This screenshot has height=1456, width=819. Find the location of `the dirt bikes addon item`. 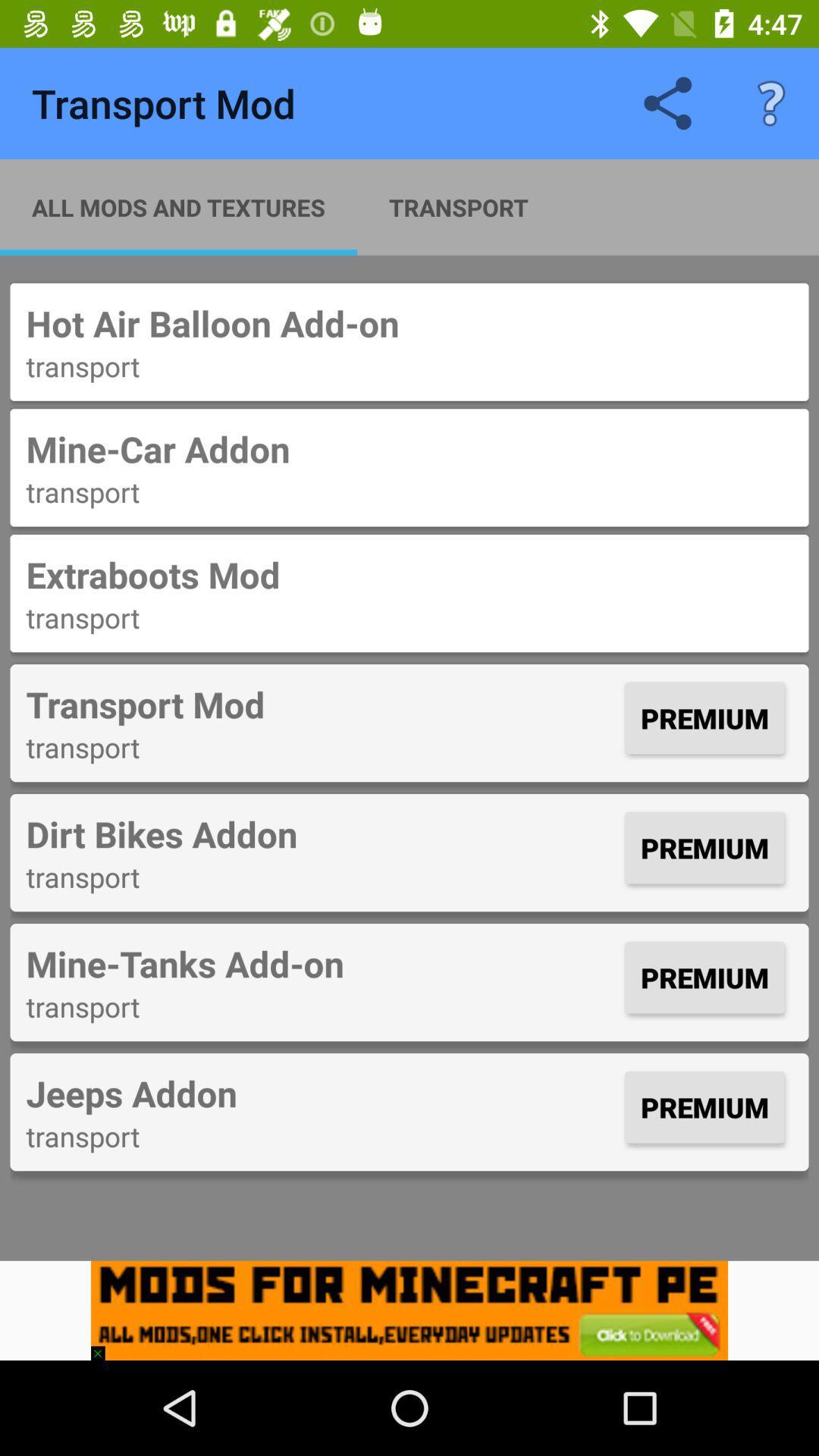

the dirt bikes addon item is located at coordinates (321, 833).